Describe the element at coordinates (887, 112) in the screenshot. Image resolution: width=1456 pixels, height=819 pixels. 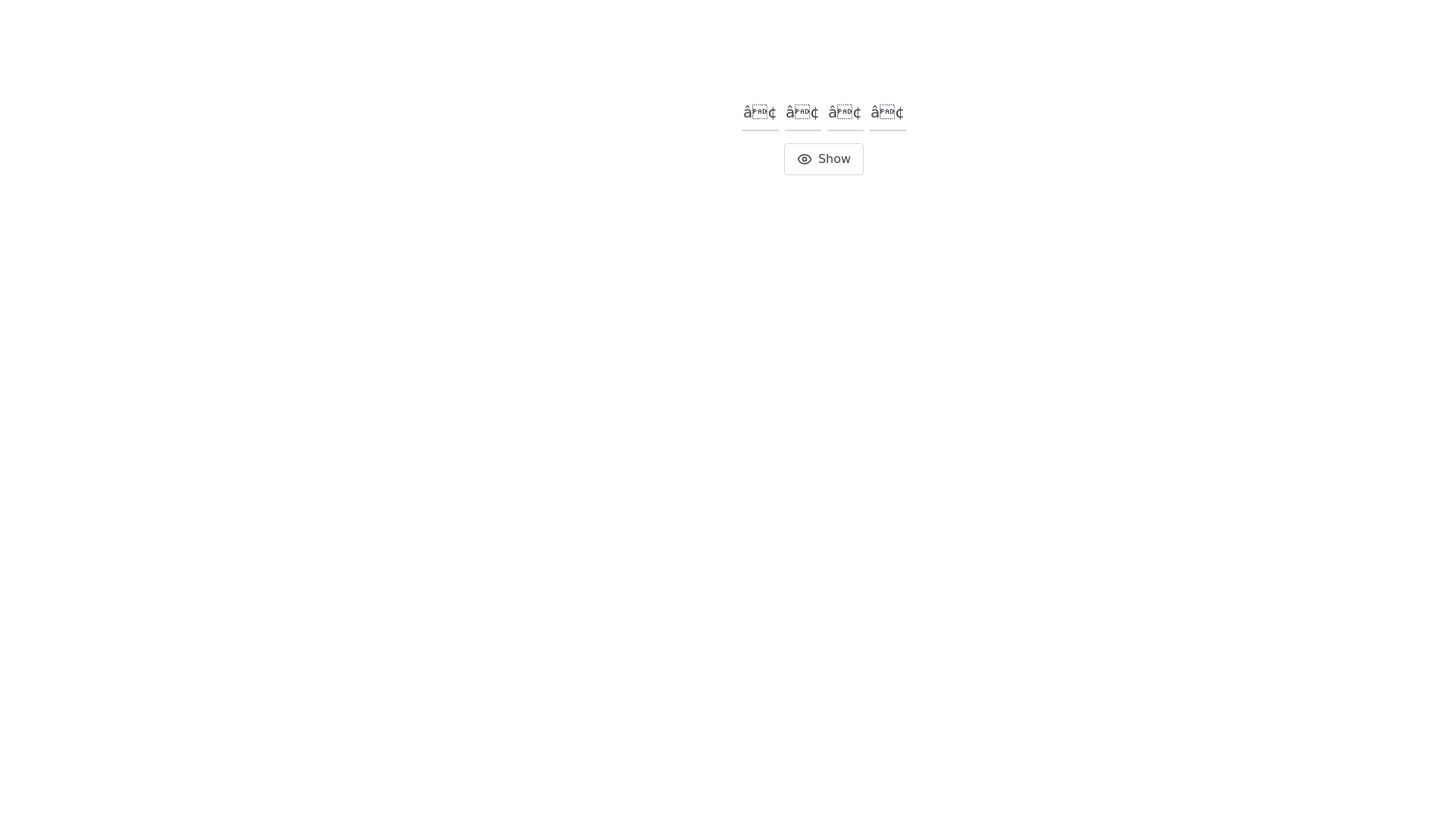
I see `the fourth text input box in a row of four to focus on it` at that location.